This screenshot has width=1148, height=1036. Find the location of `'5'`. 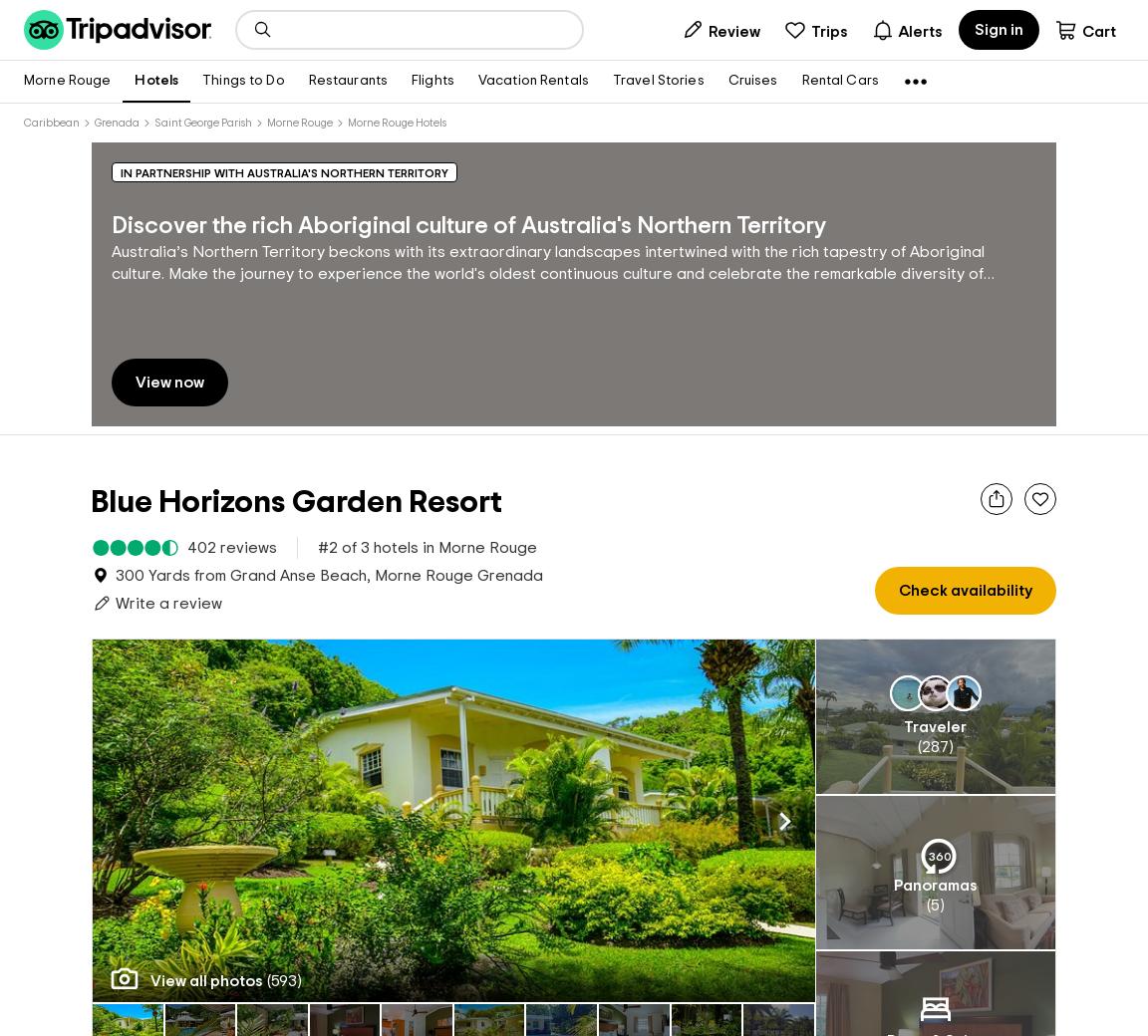

'5' is located at coordinates (933, 904).